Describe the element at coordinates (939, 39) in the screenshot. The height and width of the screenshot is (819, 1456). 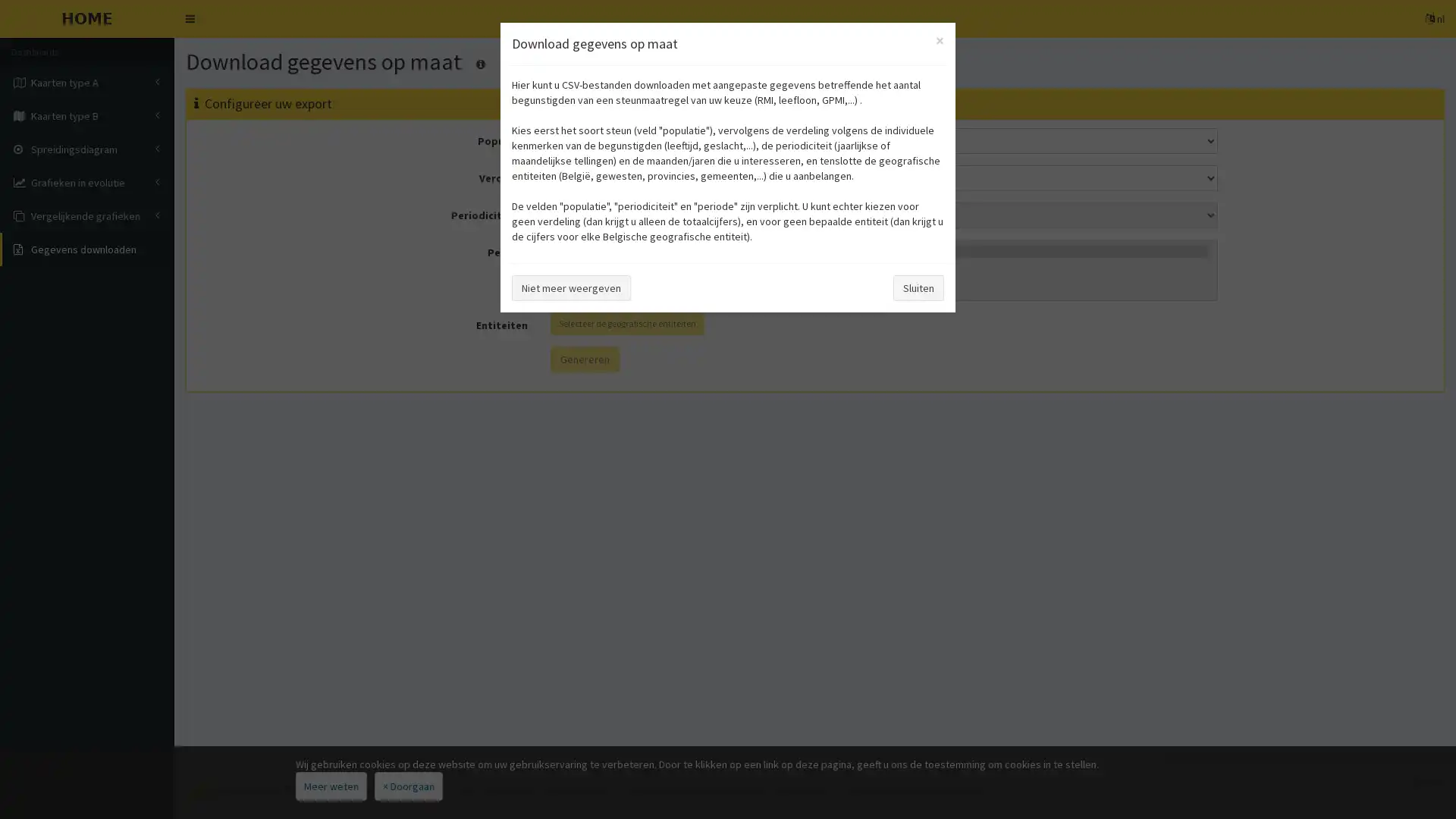
I see `Close` at that location.